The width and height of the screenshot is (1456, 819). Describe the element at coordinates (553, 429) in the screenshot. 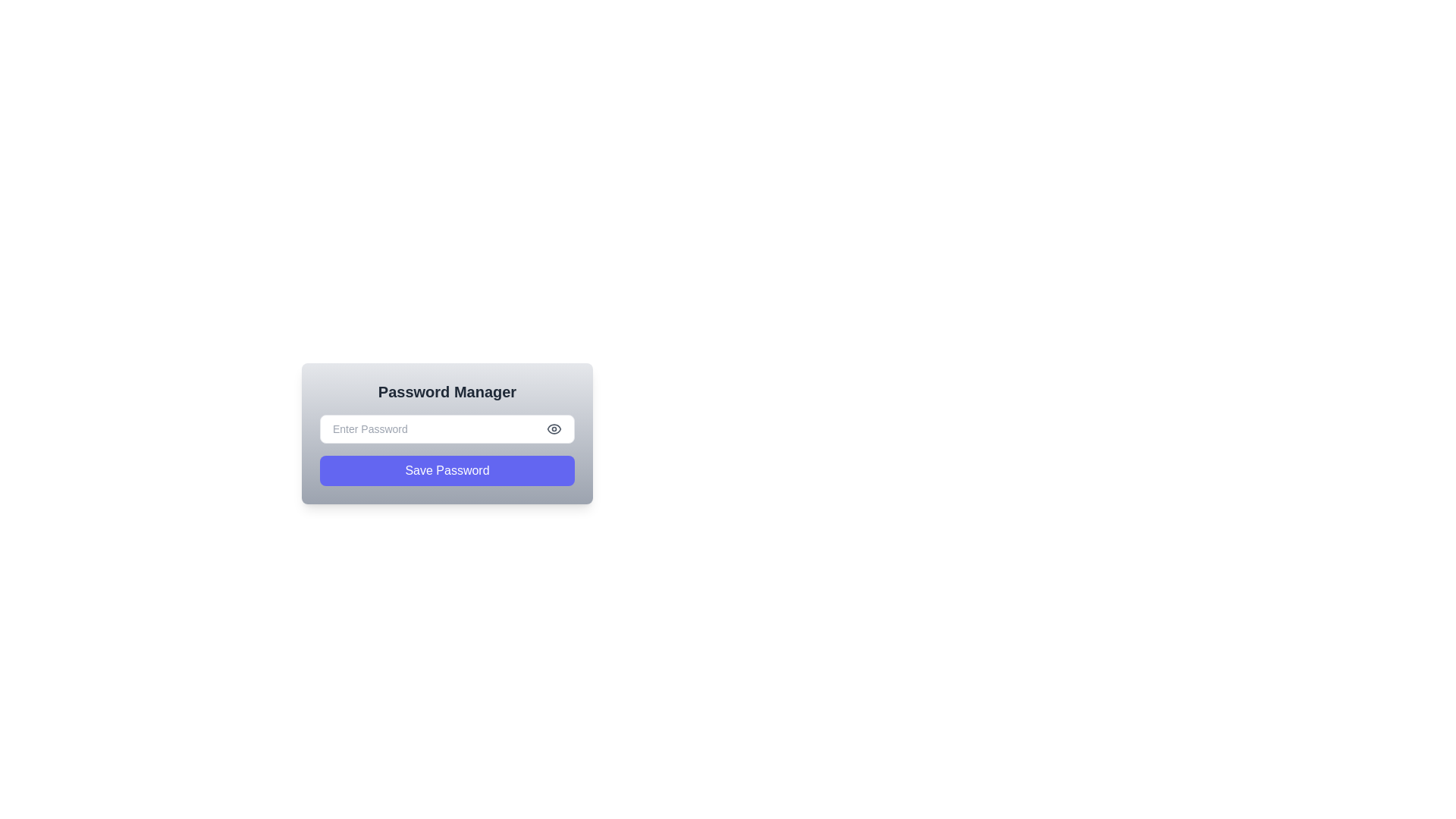

I see `the eye-shaped icon button used for 'view' or 'show password' functionality located to the right of the text input field` at that location.